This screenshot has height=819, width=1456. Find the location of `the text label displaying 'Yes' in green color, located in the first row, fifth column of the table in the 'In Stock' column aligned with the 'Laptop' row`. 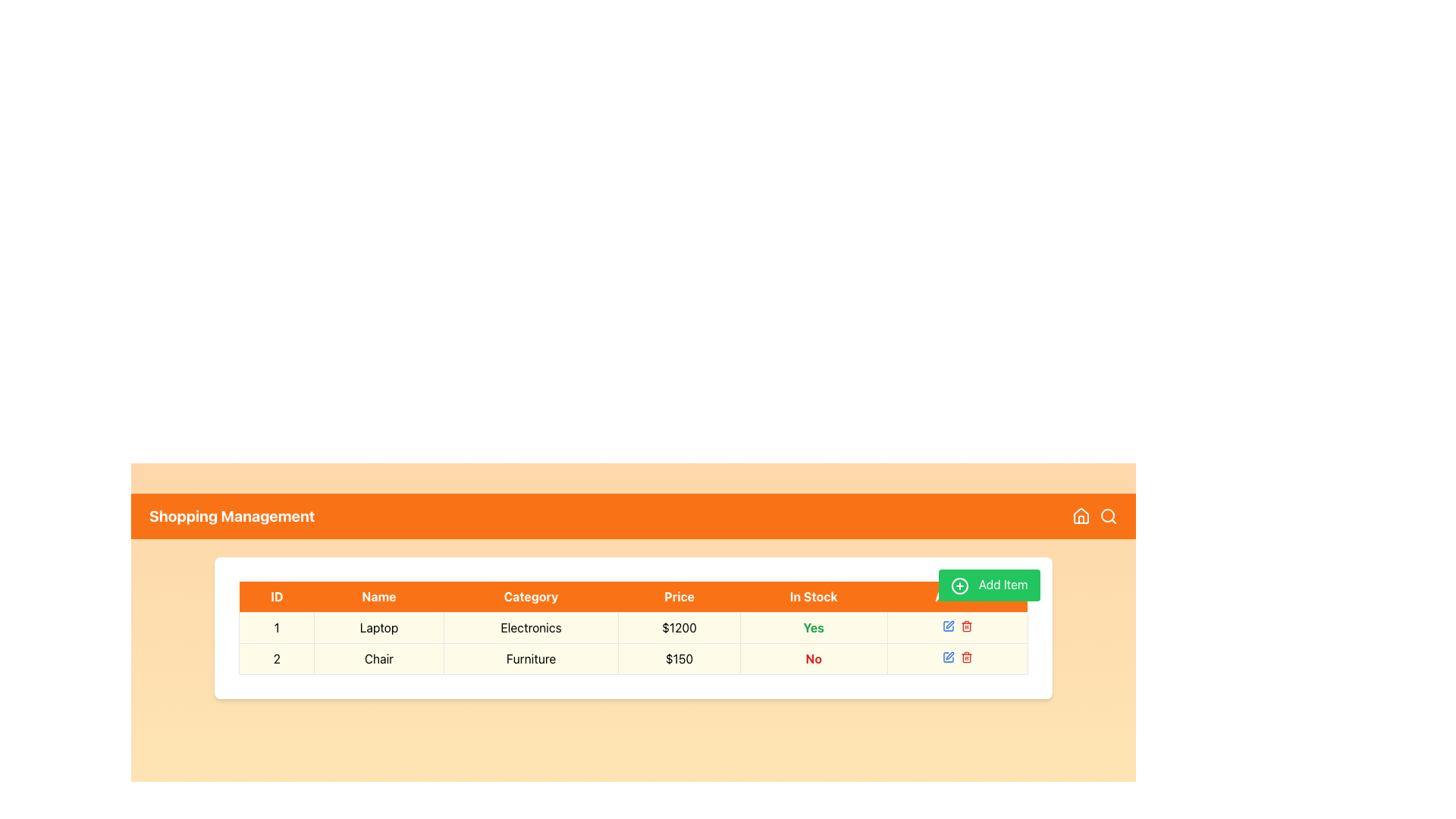

the text label displaying 'Yes' in green color, located in the first row, fifth column of the table in the 'In Stock' column aligned with the 'Laptop' row is located at coordinates (813, 628).